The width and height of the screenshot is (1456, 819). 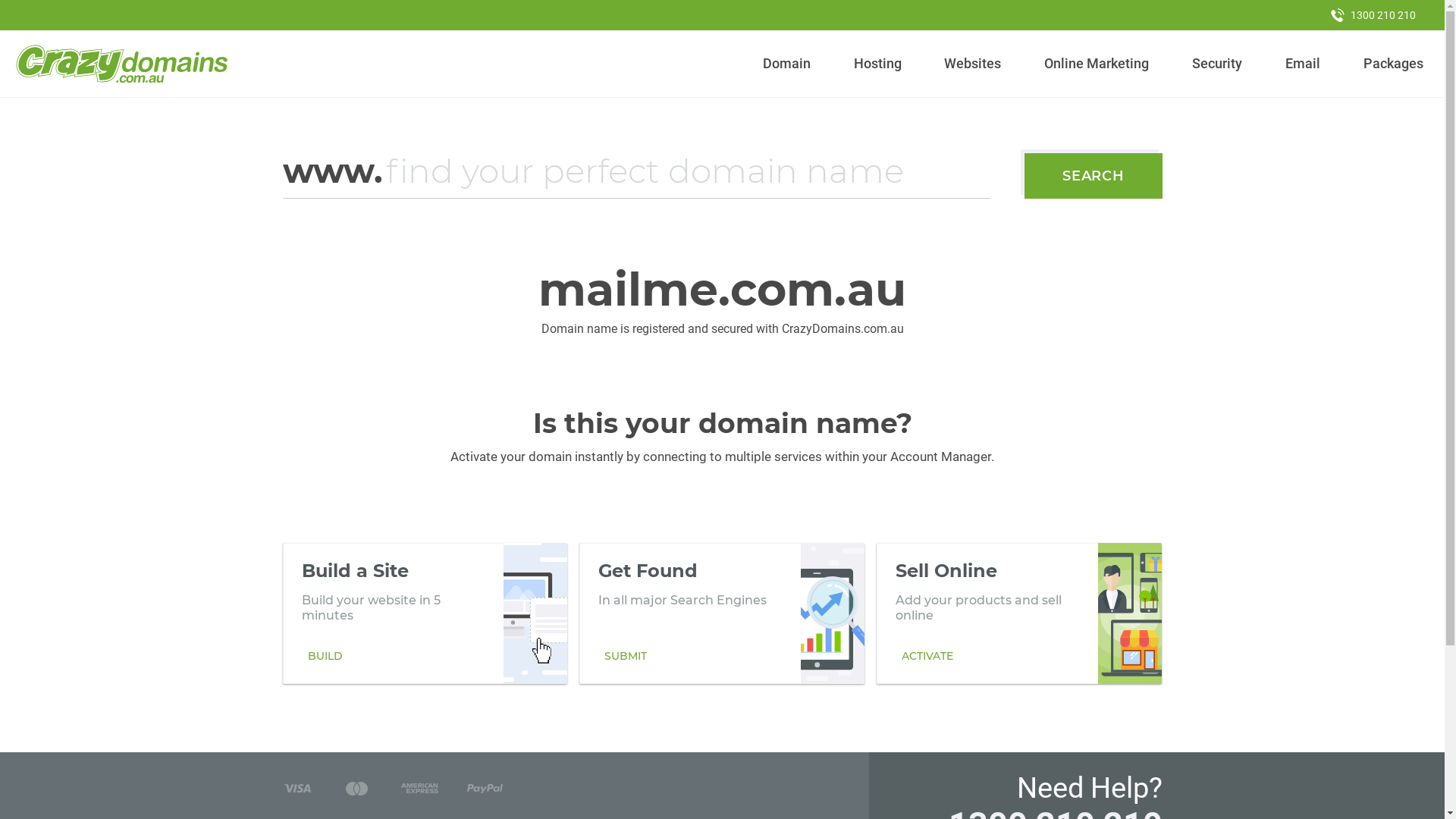 What do you see at coordinates (1301, 63) in the screenshot?
I see `'Email'` at bounding box center [1301, 63].